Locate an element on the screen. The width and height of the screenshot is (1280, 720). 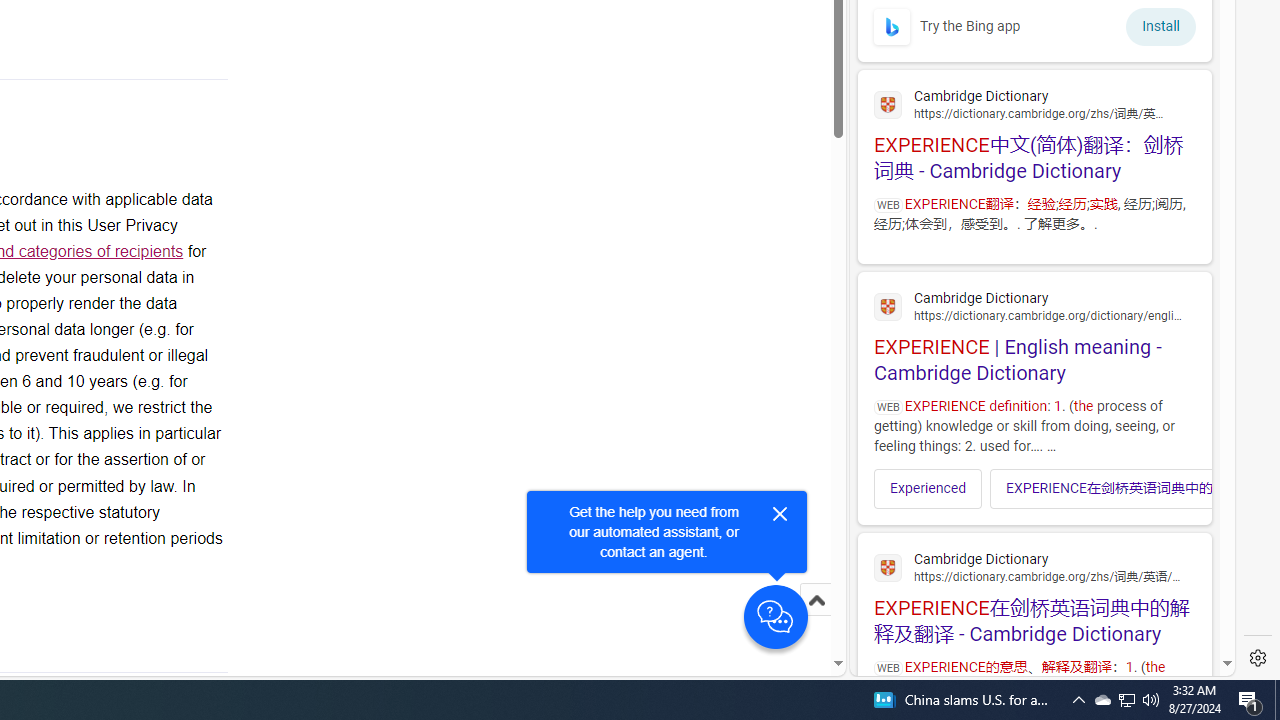
'Scroll to top' is located at coordinates (816, 598).